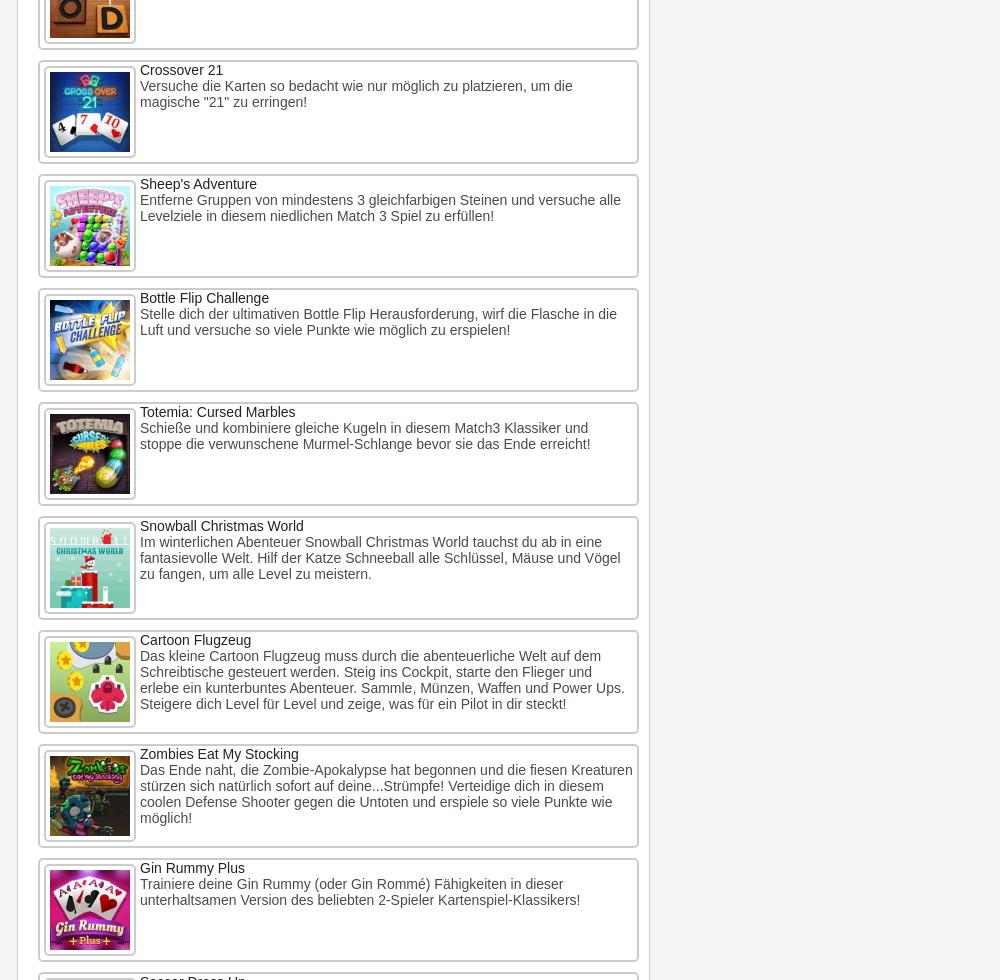  Describe the element at coordinates (355, 93) in the screenshot. I see `'Versuche die Karten so bedacht wie nur möglich zu platzieren, um die magische "21" zu erringen!'` at that location.